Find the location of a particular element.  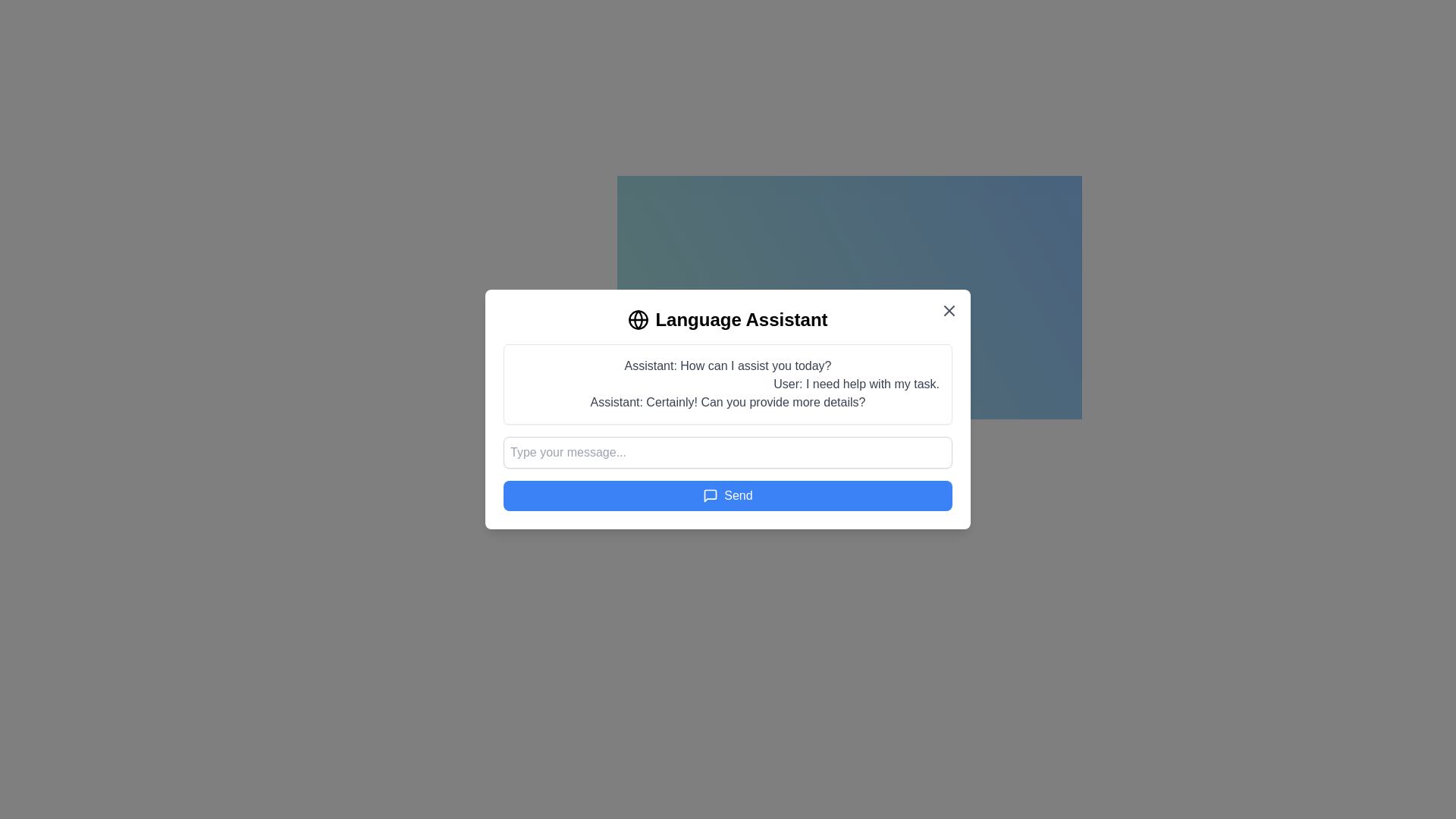

the Close button icon, which is a small gray 'X' symbol located in the top-right corner of the modal window is located at coordinates (949, 309).